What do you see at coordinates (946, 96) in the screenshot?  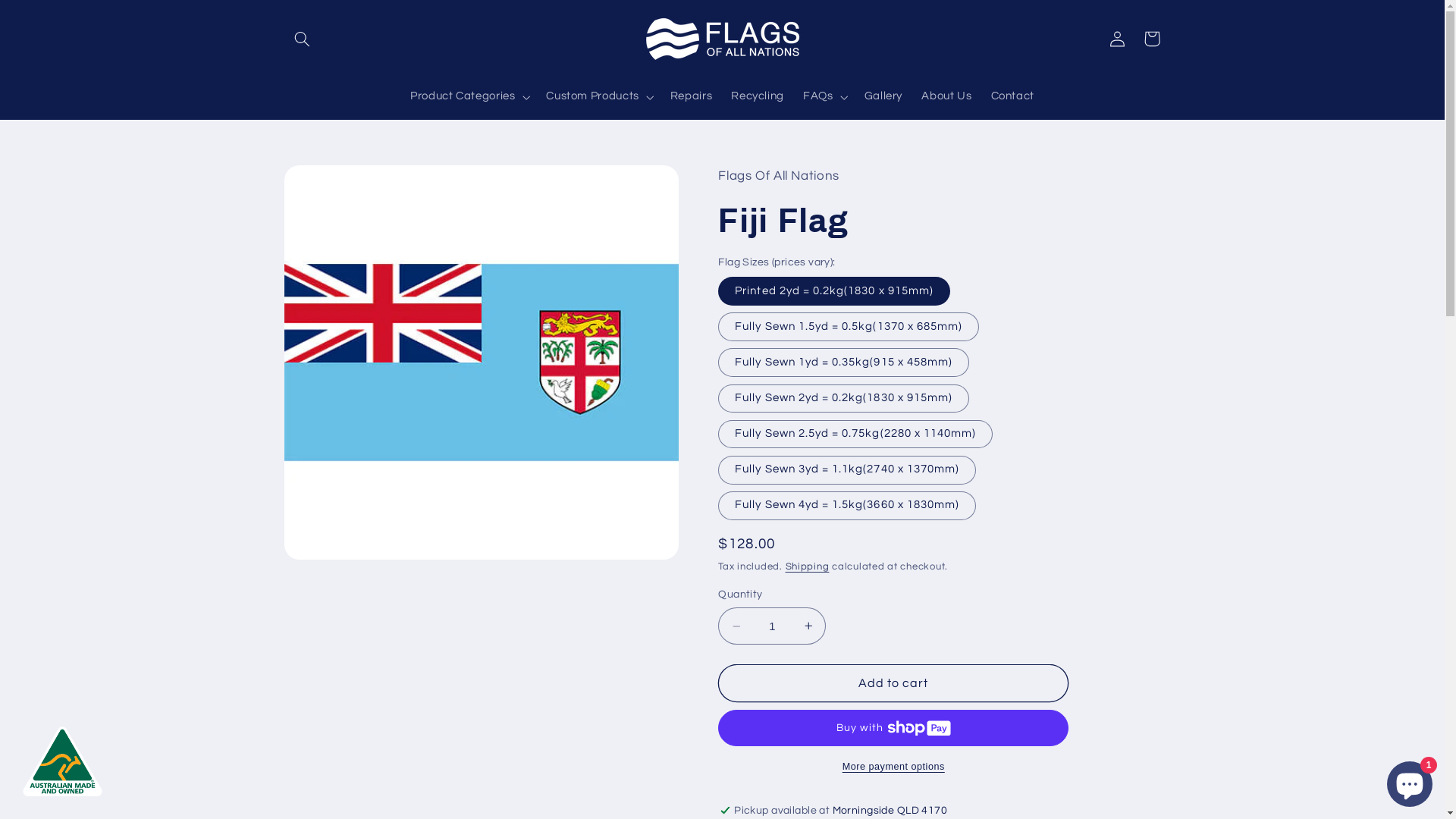 I see `'About Us'` at bounding box center [946, 96].